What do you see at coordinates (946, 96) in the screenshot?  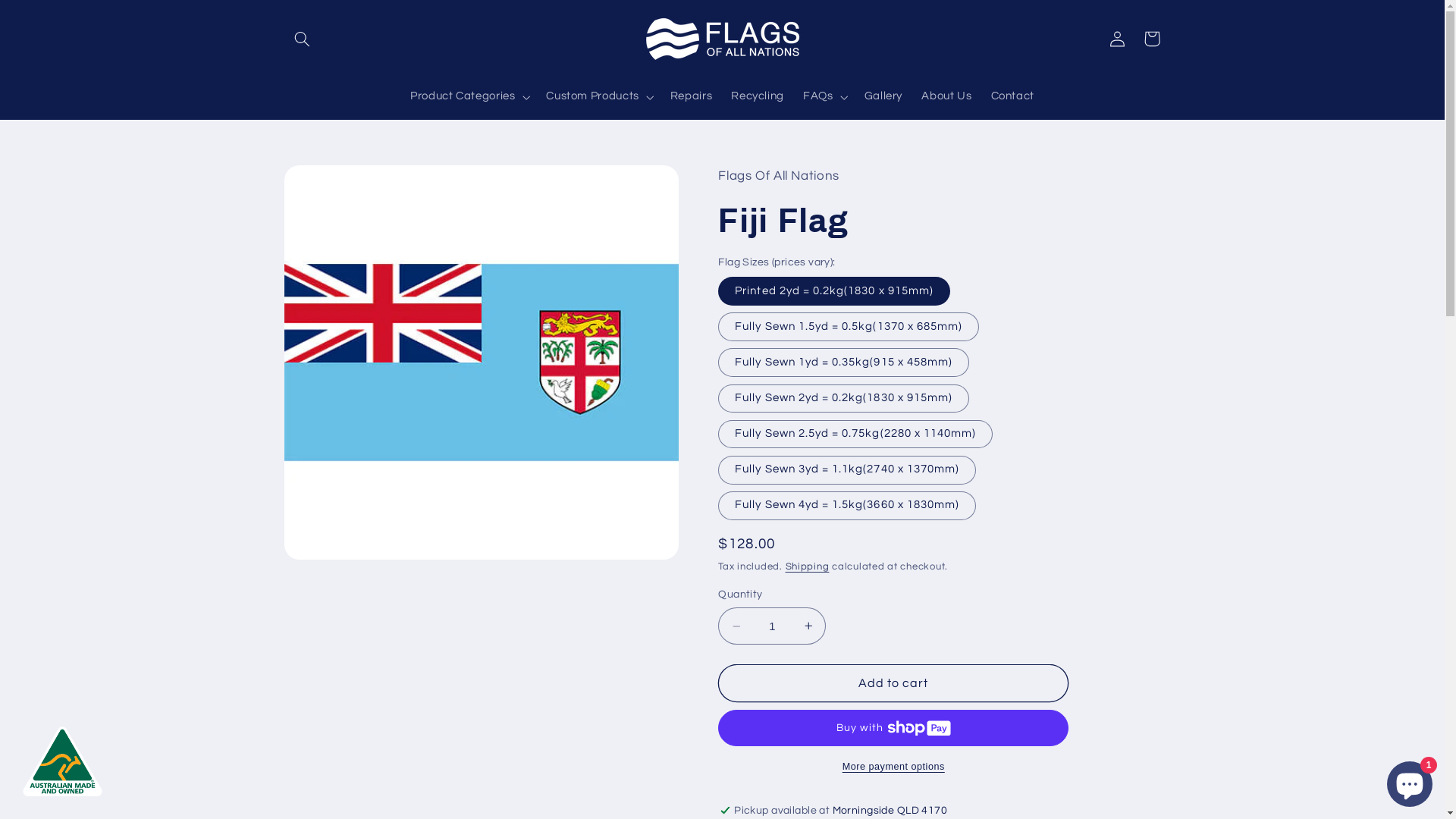 I see `'About Us'` at bounding box center [946, 96].